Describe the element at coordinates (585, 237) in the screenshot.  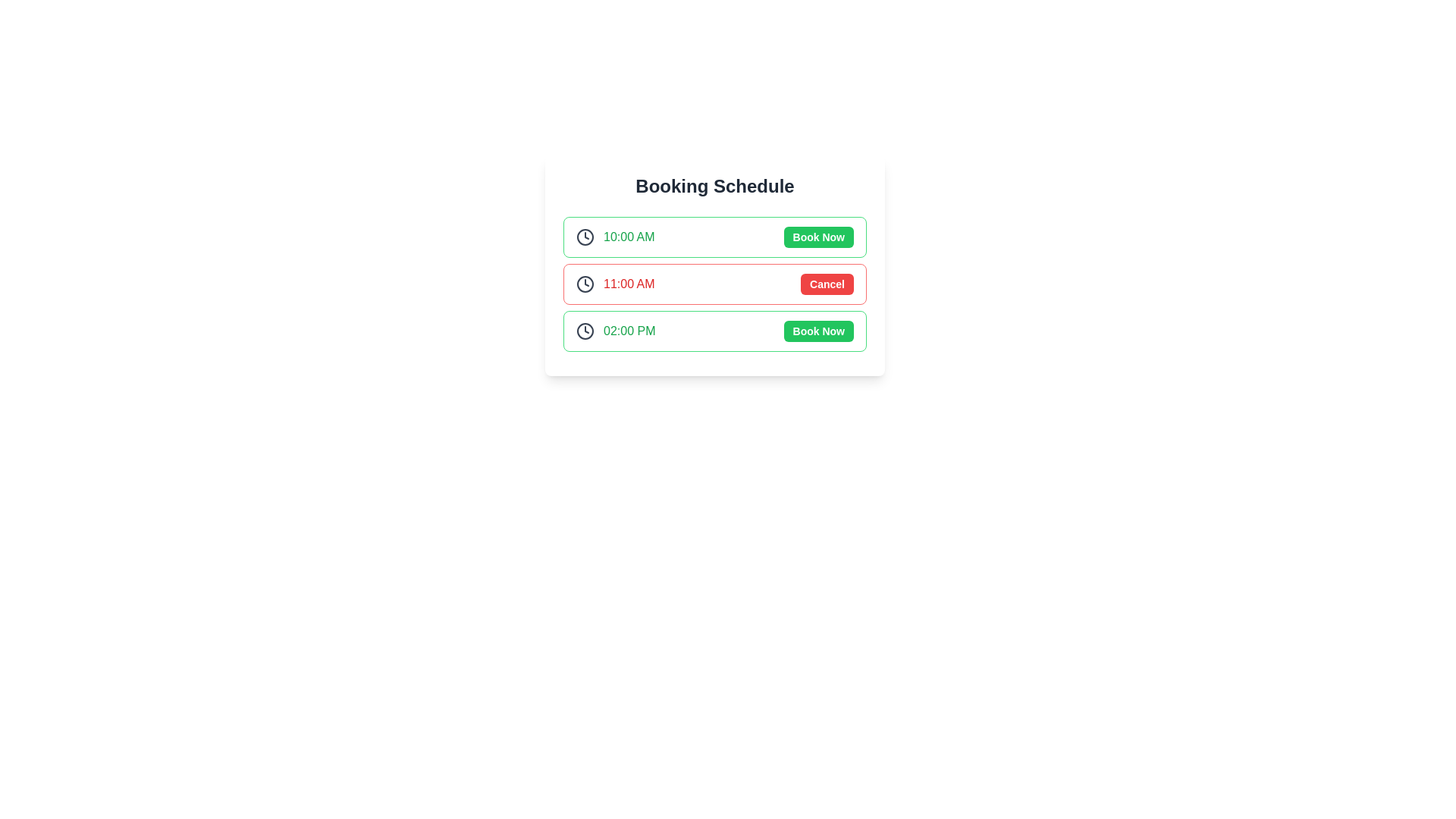
I see `the Vector graphic - Circle, which is part of the SVG clock icon located next to the '10:00 AM' text in the first row of the schedule list` at that location.